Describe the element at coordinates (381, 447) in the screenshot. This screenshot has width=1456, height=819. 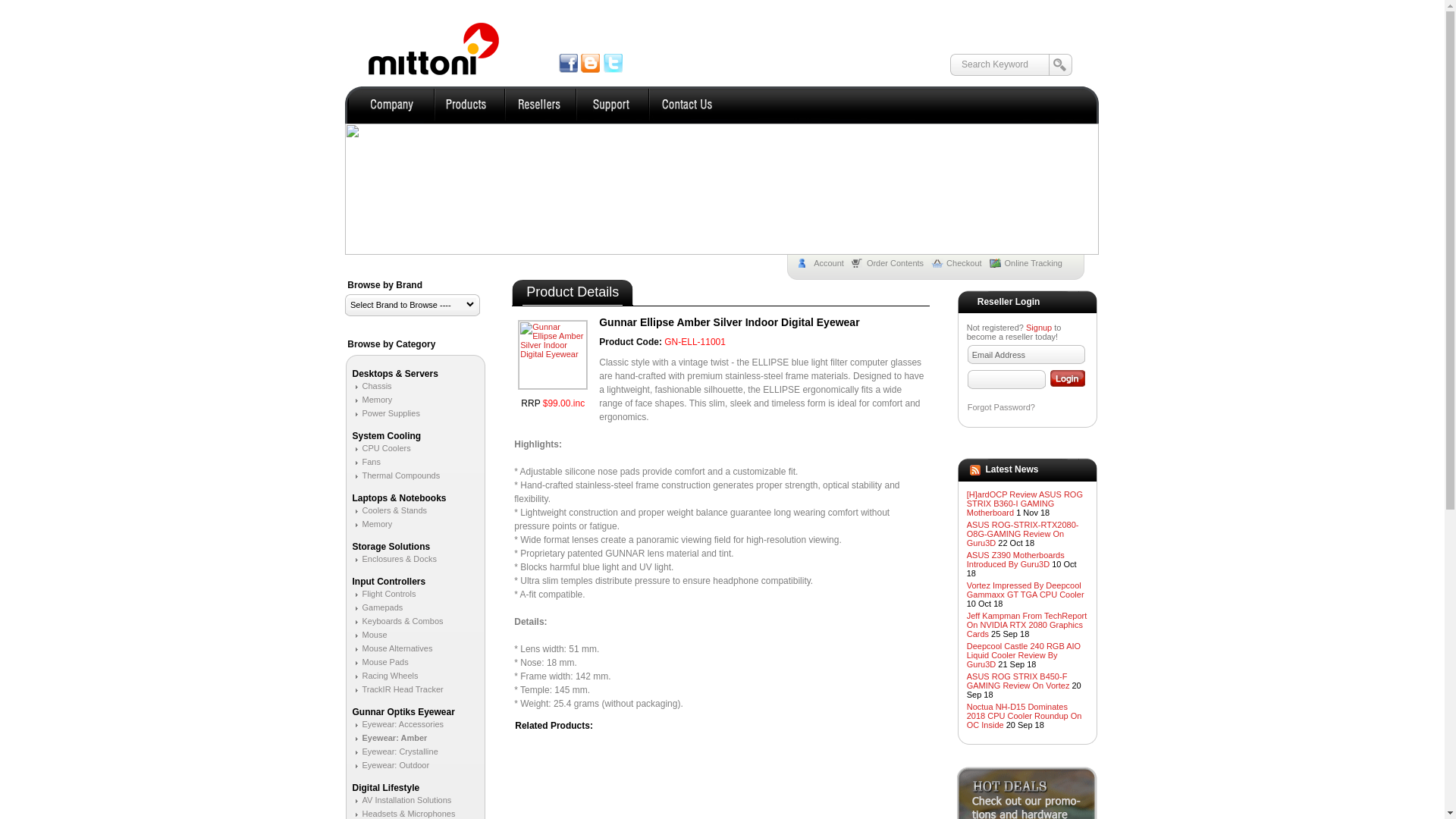
I see `'CPU Coolers'` at that location.